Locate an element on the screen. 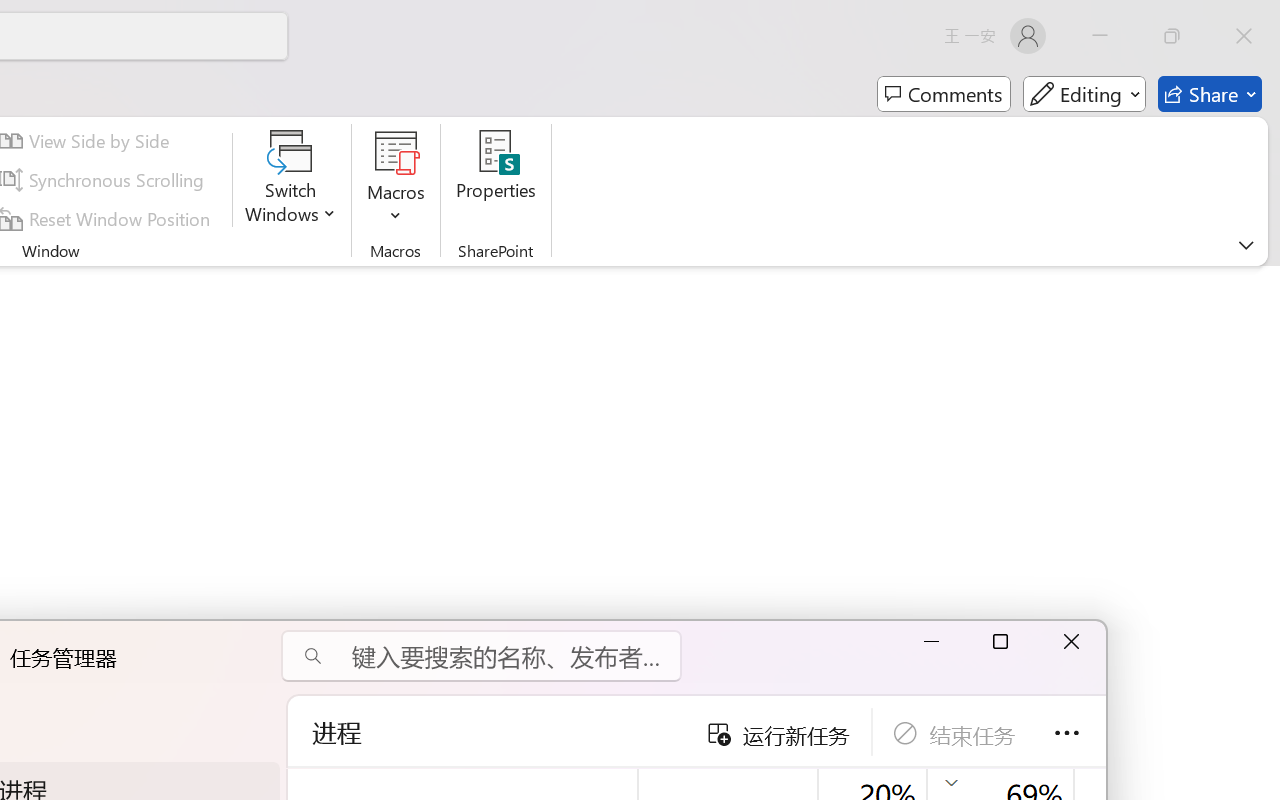 The image size is (1280, 800). 'Comments' is located at coordinates (943, 94).